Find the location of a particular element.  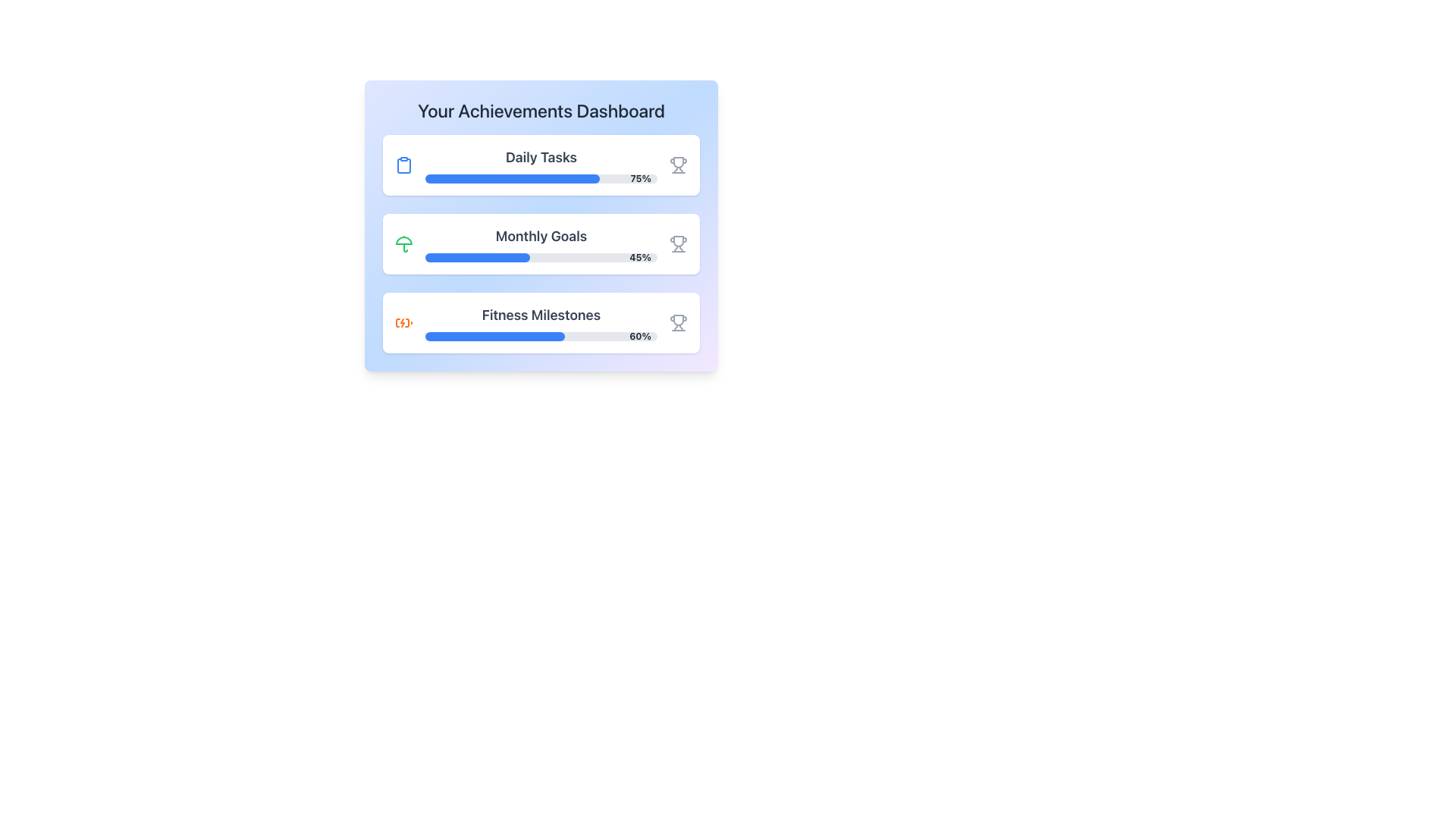

the clipboard icon, which is styled as a blue clipboard with a rounded rectangle at the top, located before the 'Daily Tasks' label is located at coordinates (403, 165).